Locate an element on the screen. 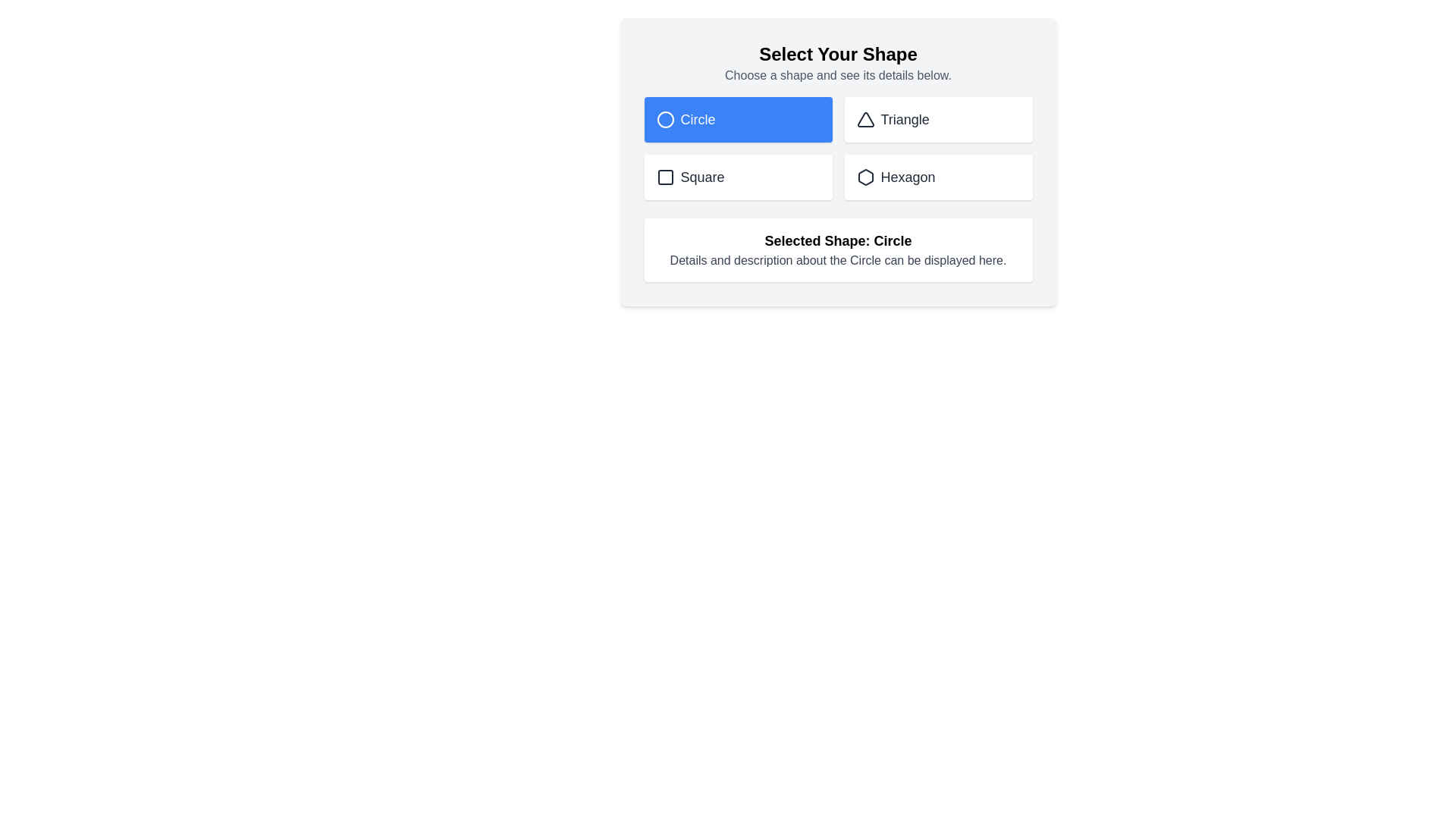  the text label displaying 'Selected Shape: Circle', which is styled in bold and positioned centrally at the bottom of the shape selection grid is located at coordinates (837, 240).